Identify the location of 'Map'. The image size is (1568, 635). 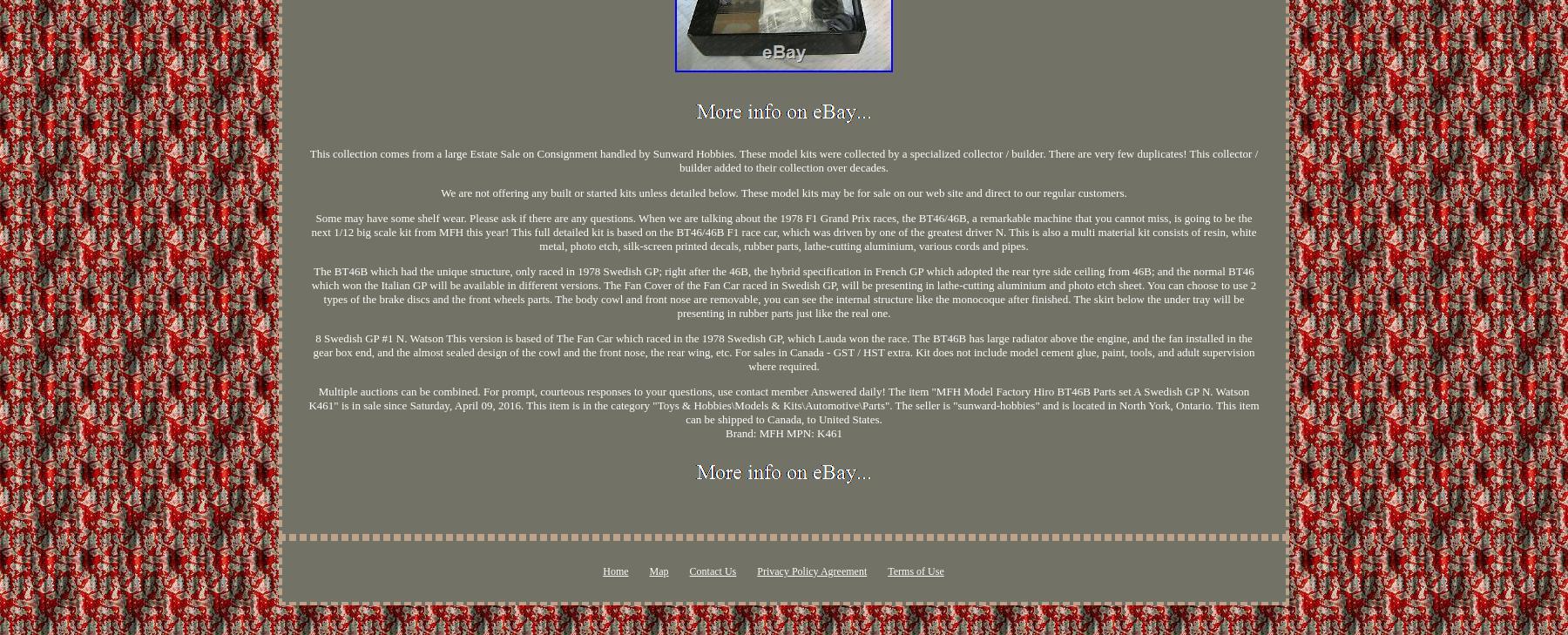
(658, 571).